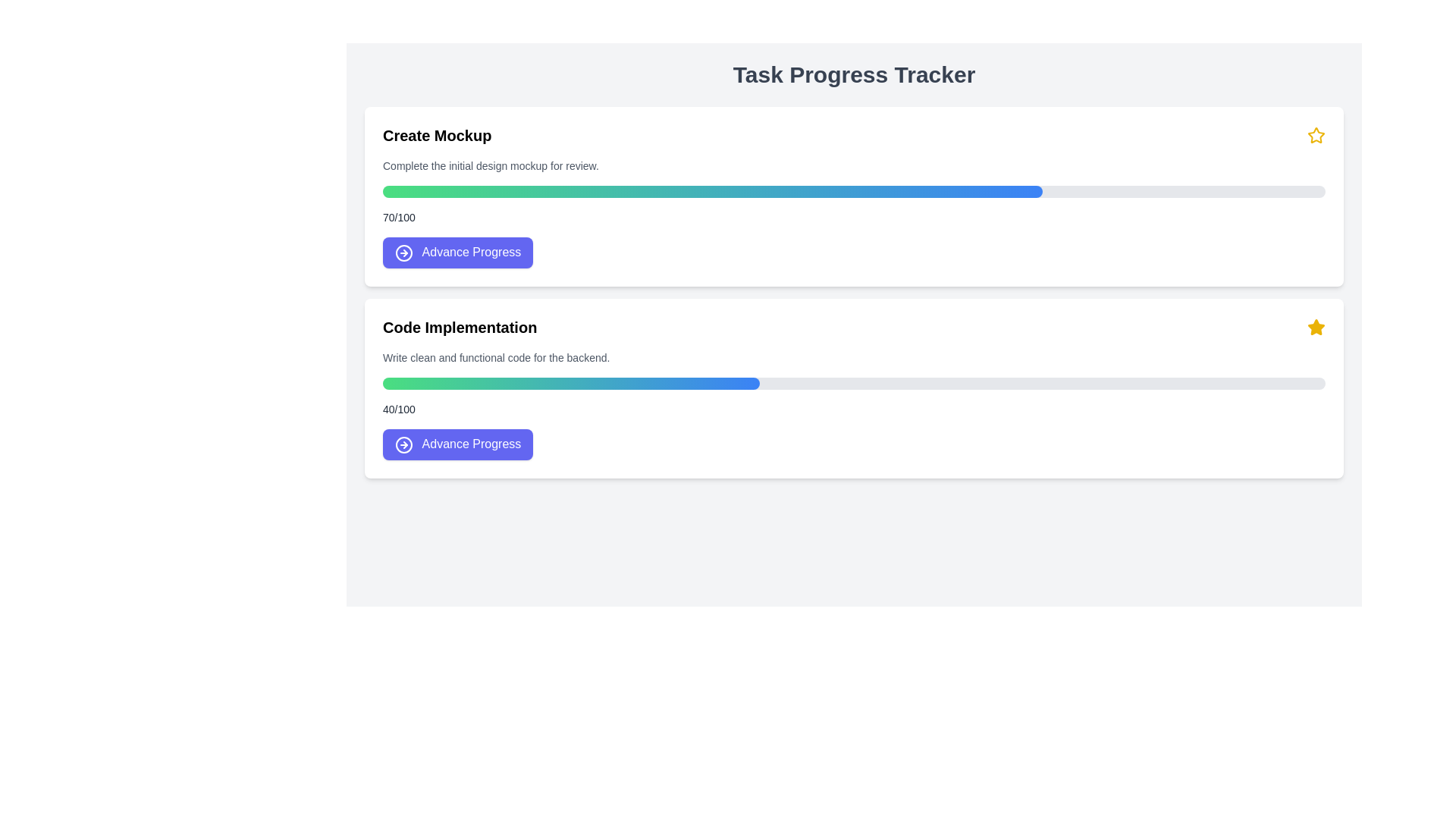 The width and height of the screenshot is (1456, 819). Describe the element at coordinates (854, 75) in the screenshot. I see `the centered header text that reads 'Task Progress Tracker' in bold, large gray font, located at the top of the layout` at that location.